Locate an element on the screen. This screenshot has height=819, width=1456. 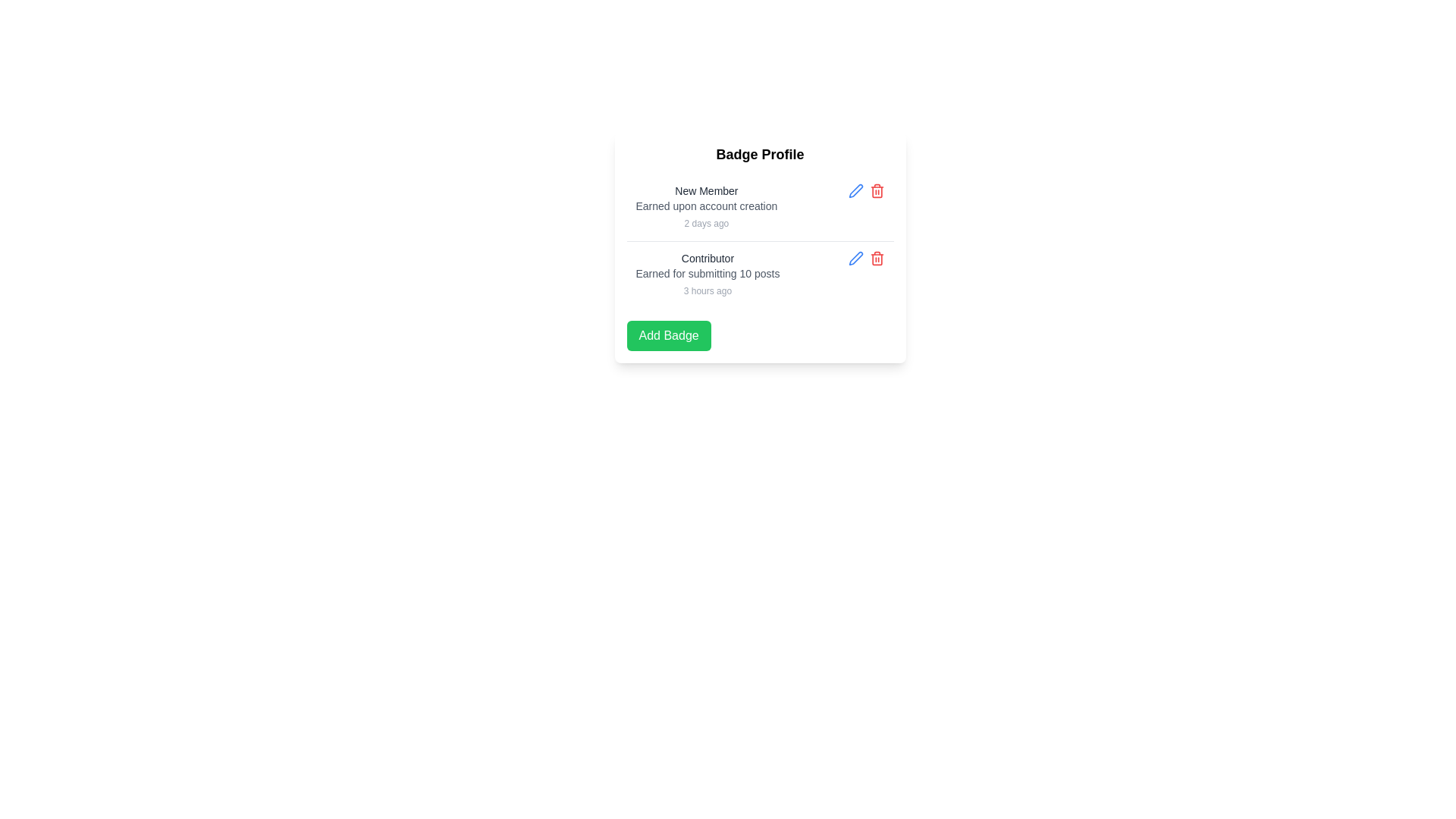
the text label that reads 'Earned for submitting 10 posts', which is styled in a small gray font and positioned below the header 'Contributor' and above the timestamp '3 hours ago' is located at coordinates (707, 274).